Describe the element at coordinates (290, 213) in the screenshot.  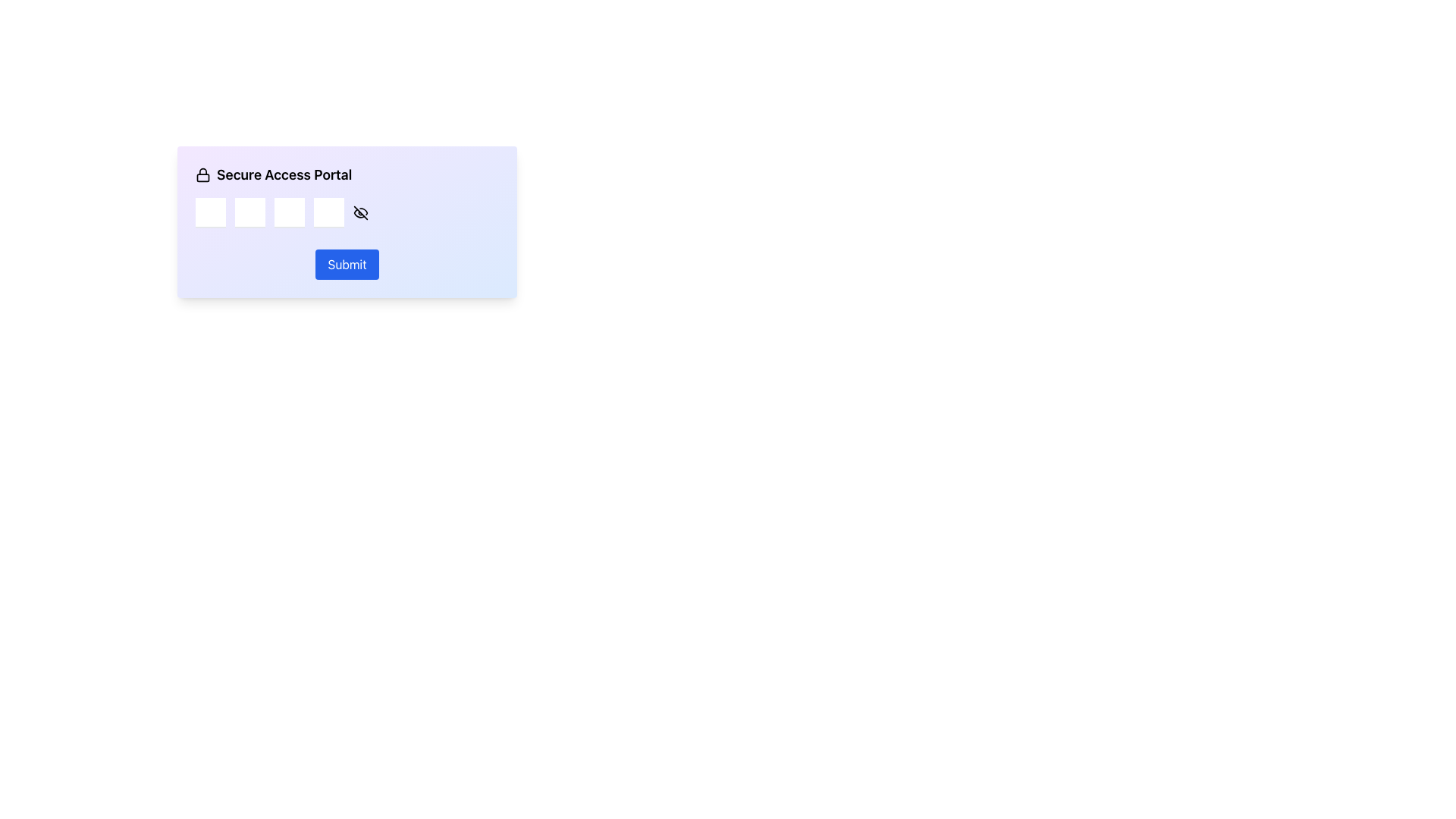
I see `to focus the third input field in a row of four similar fields, which is styled with a border at the bottom and currently empty` at that location.